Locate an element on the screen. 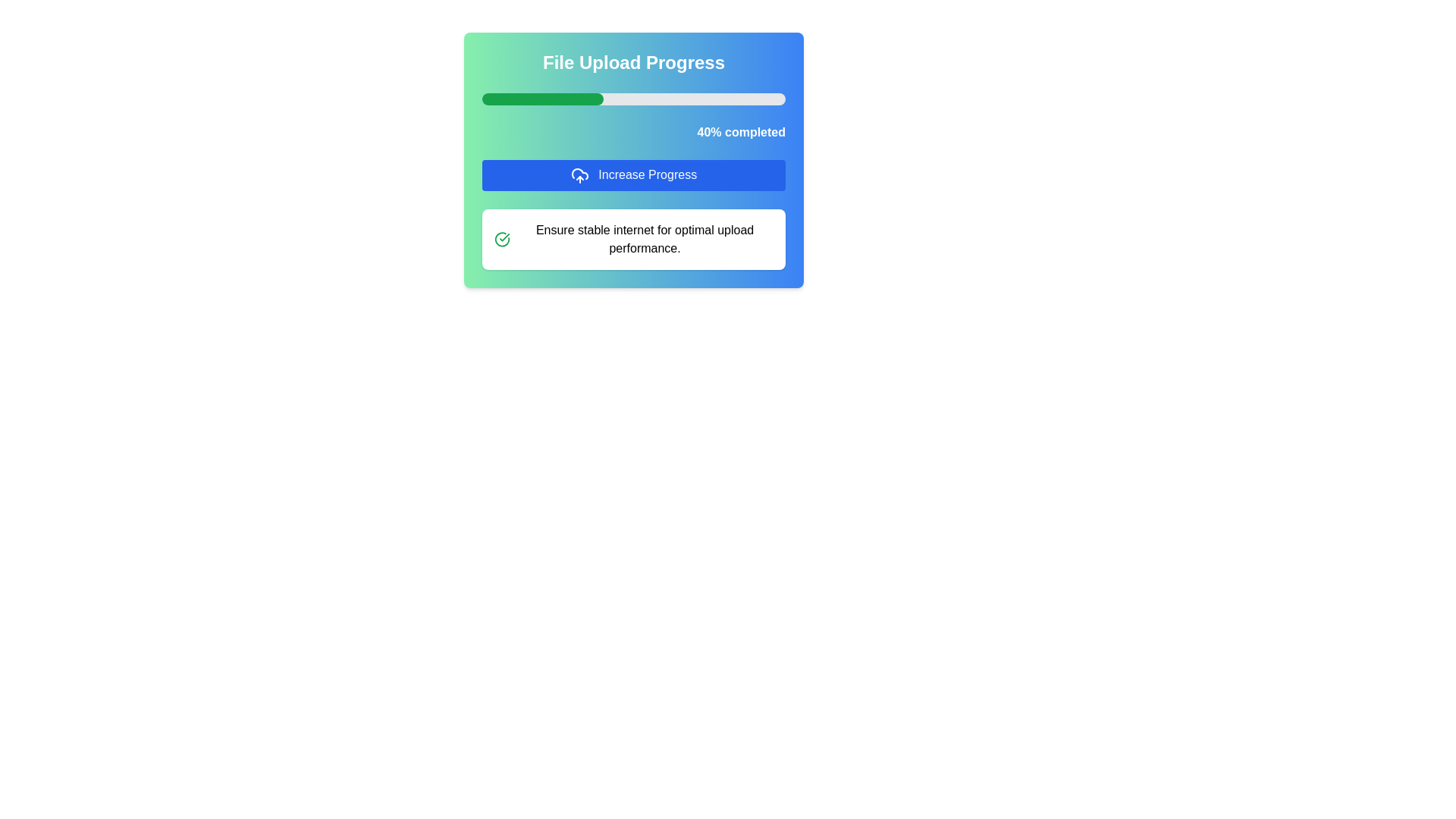 The height and width of the screenshot is (819, 1456). the button designed to increase the progress percentage of a task, positioned below a progress bar and above a section about internet stability is located at coordinates (633, 174).